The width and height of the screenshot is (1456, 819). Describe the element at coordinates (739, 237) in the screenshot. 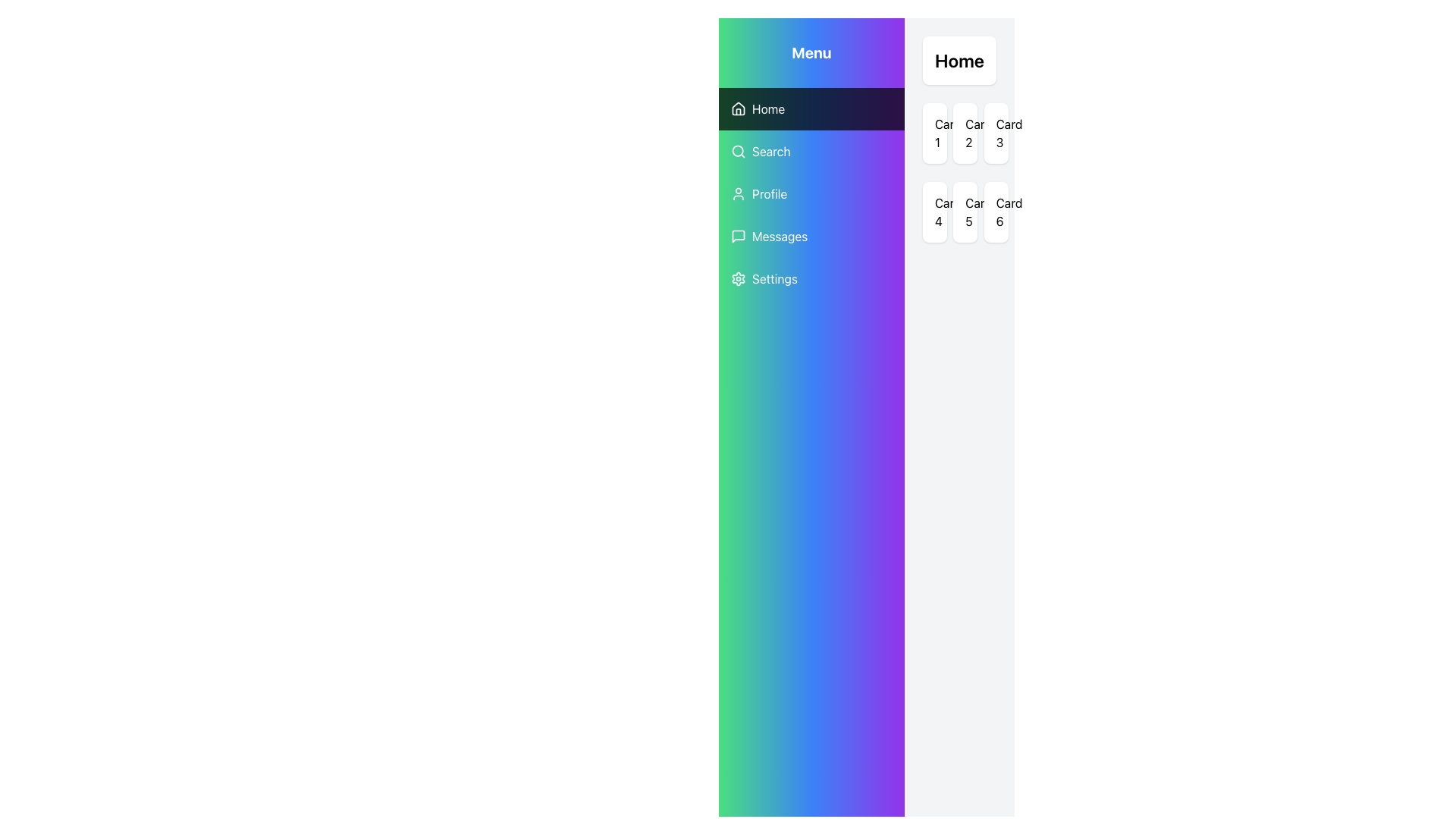

I see `the 'Messages' icon in the sidebar menu, which visually represents the messages functionality and is positioned adjacent to the text label 'Messages'` at that location.